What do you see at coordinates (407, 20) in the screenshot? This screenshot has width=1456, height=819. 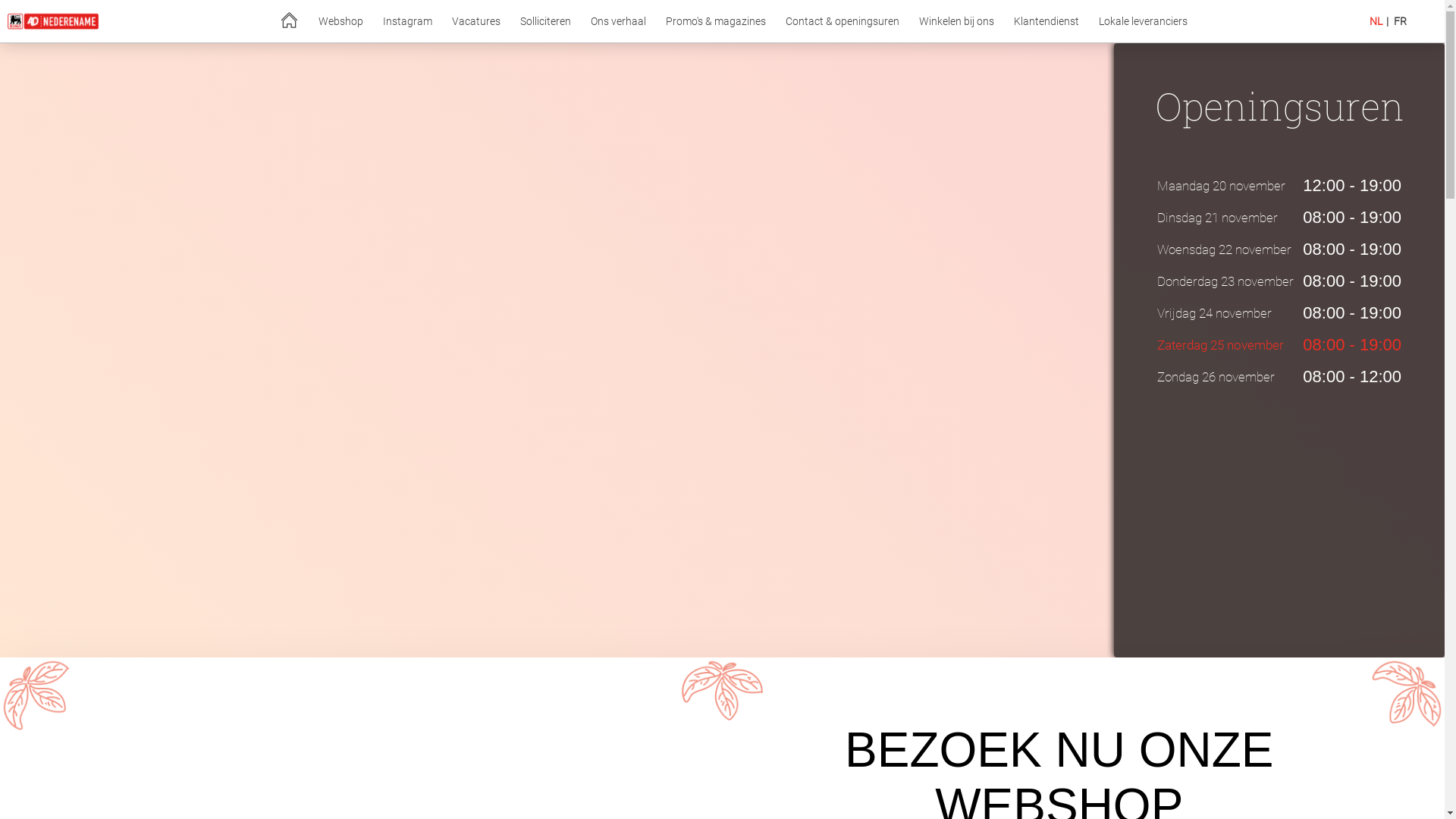 I see `'Instagram'` at bounding box center [407, 20].